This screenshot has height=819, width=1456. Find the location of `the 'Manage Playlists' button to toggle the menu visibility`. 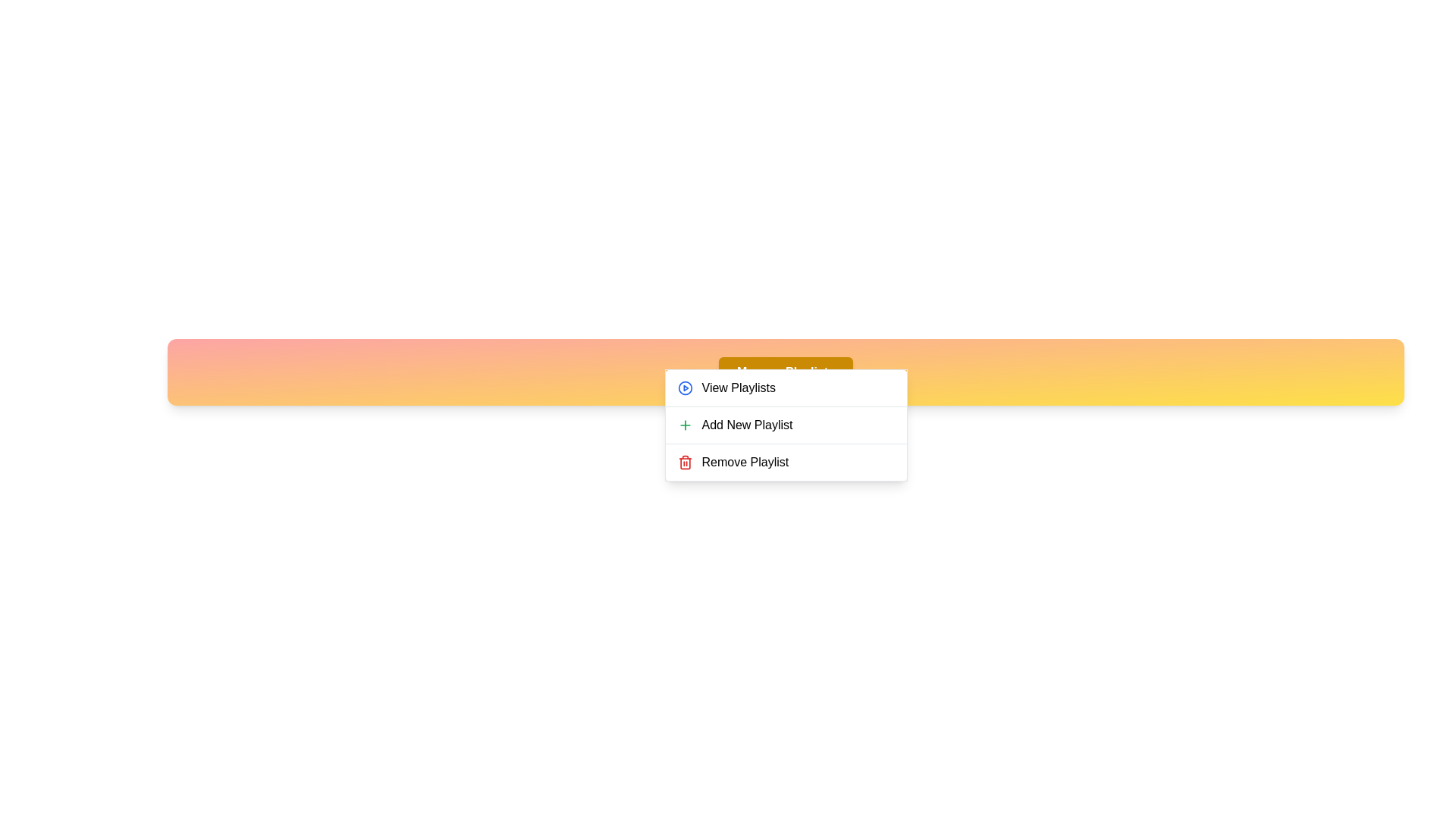

the 'Manage Playlists' button to toggle the menu visibility is located at coordinates (786, 372).